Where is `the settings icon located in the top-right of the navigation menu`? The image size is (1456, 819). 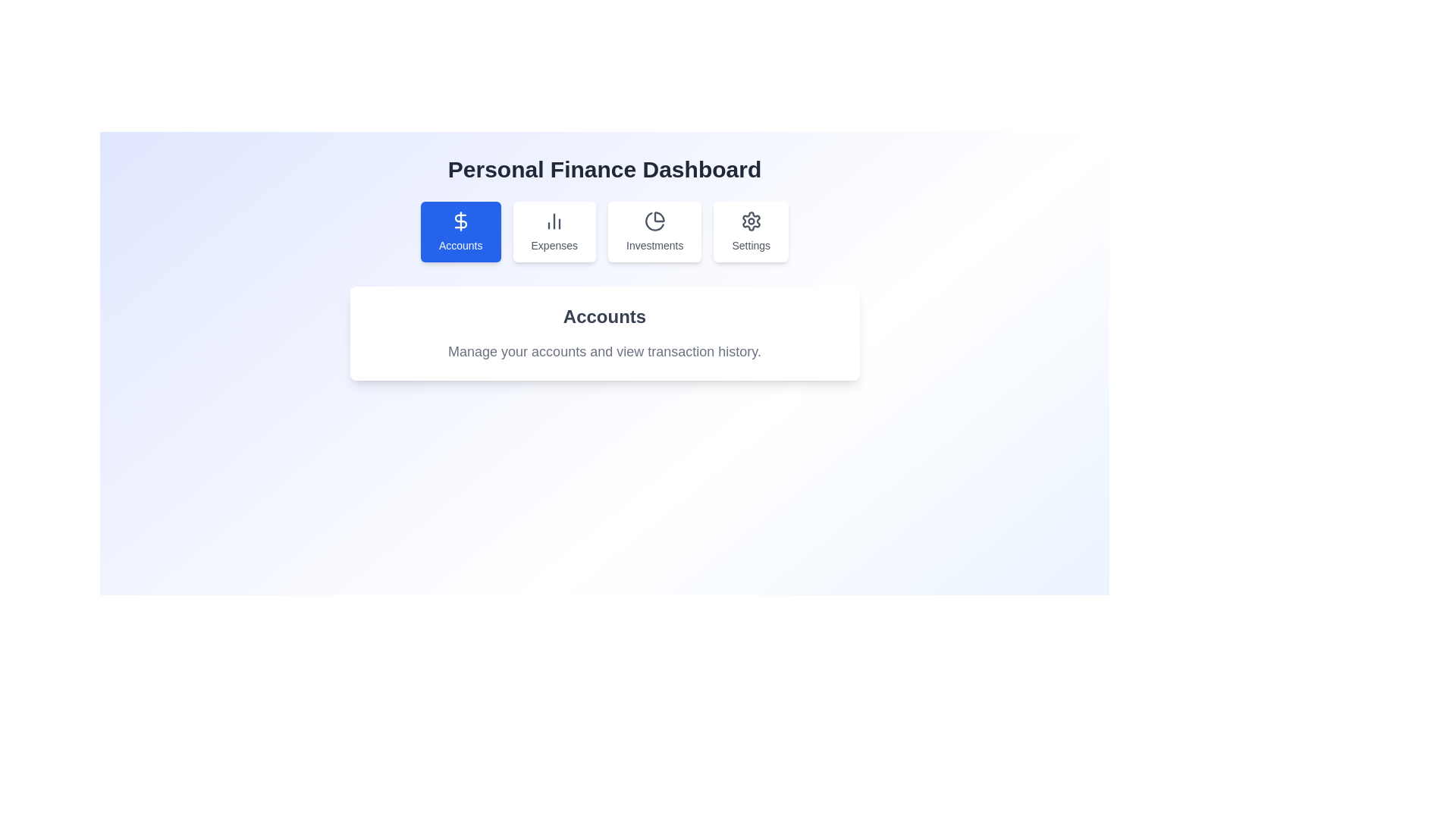
the settings icon located in the top-right of the navigation menu is located at coordinates (751, 221).